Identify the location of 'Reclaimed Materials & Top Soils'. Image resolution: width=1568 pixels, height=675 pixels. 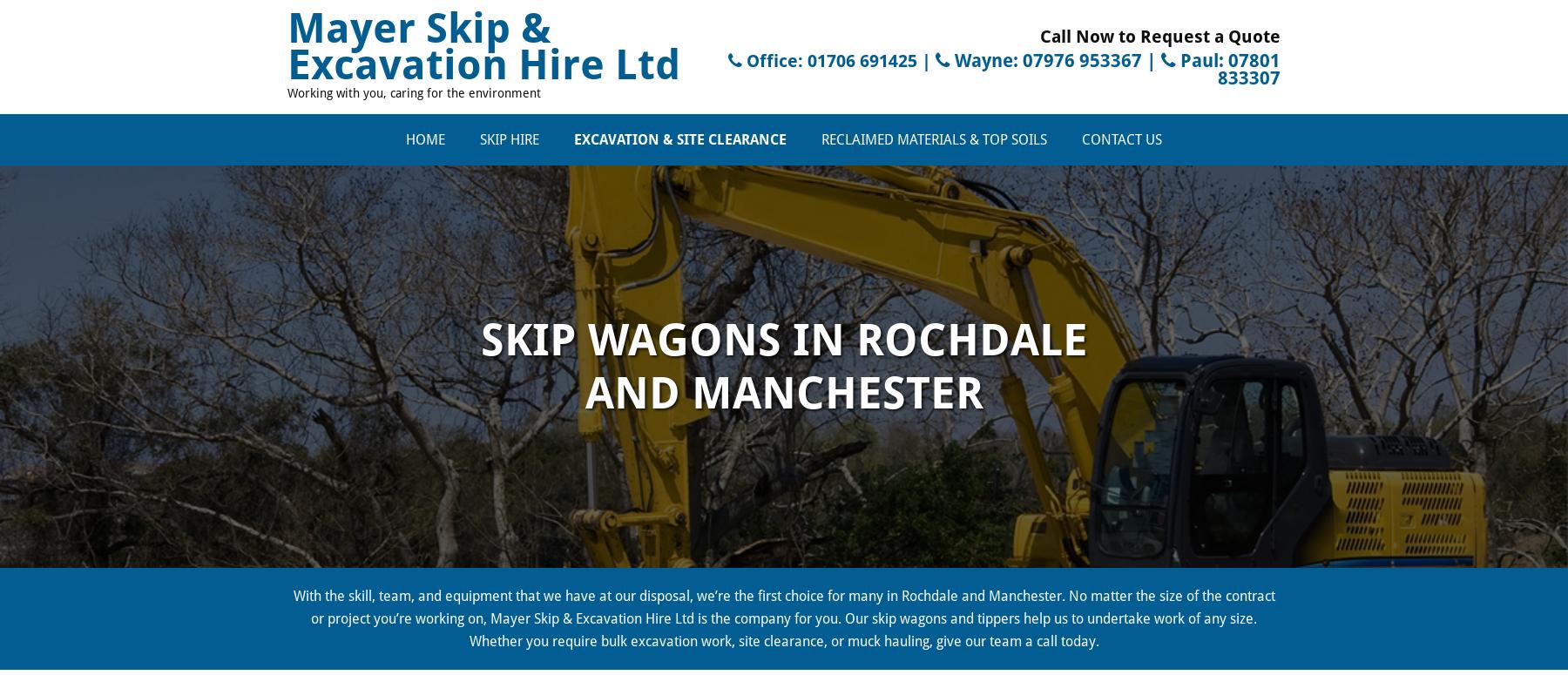
(934, 138).